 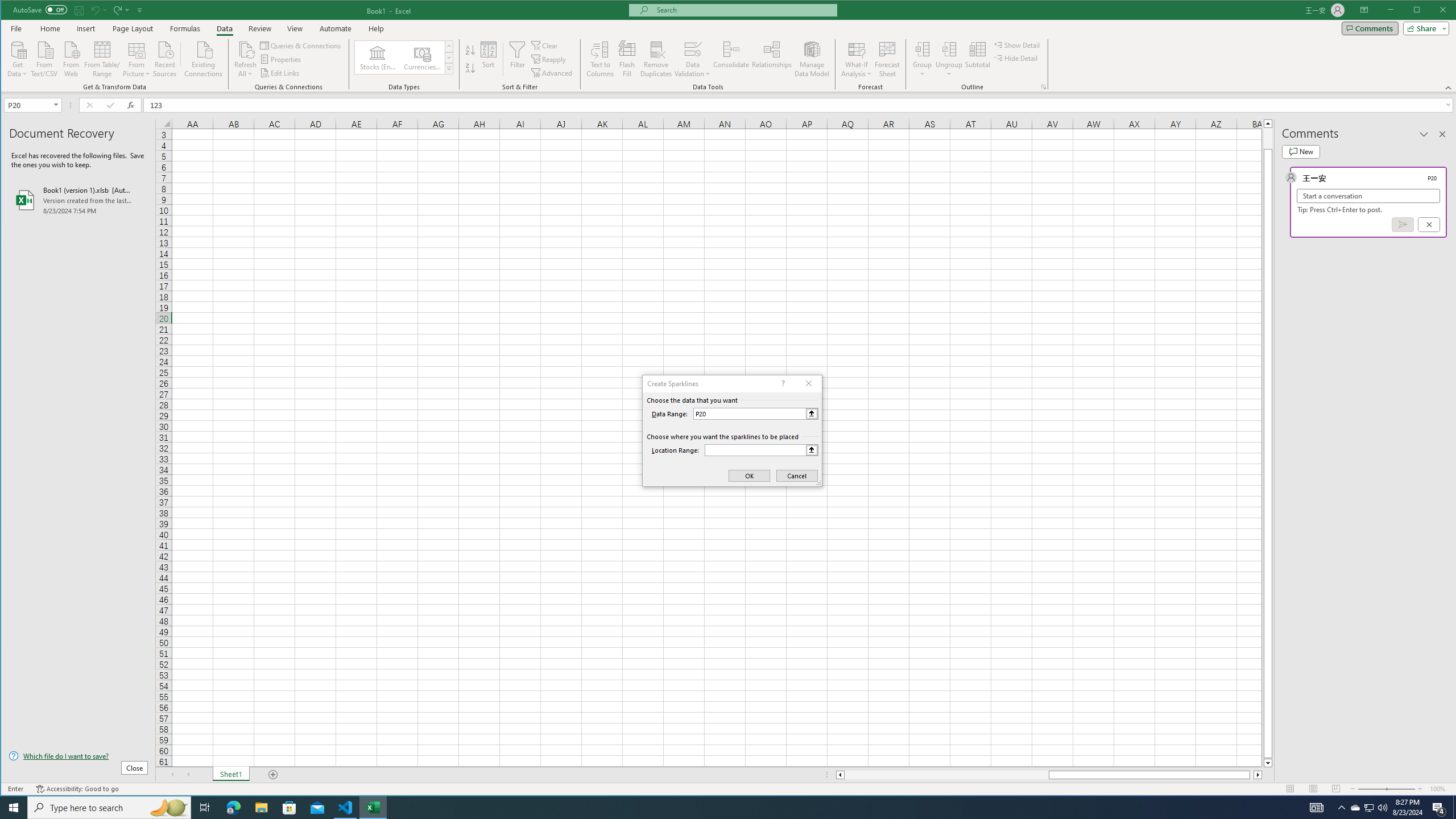 I want to click on 'From Picture', so click(x=136, y=58).